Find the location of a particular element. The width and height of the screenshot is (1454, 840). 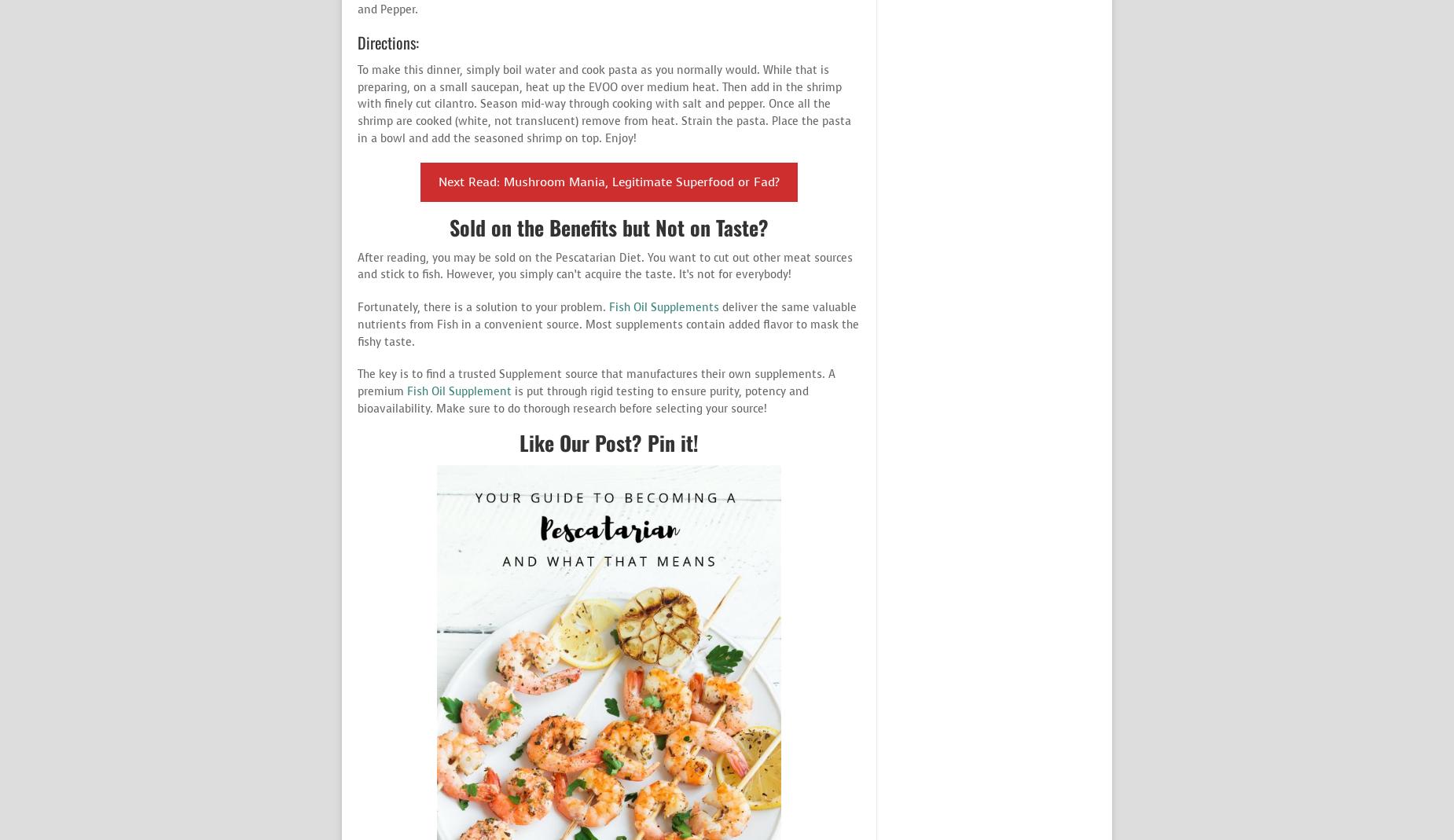

'Like Our Post? Pin it!' is located at coordinates (520, 442).